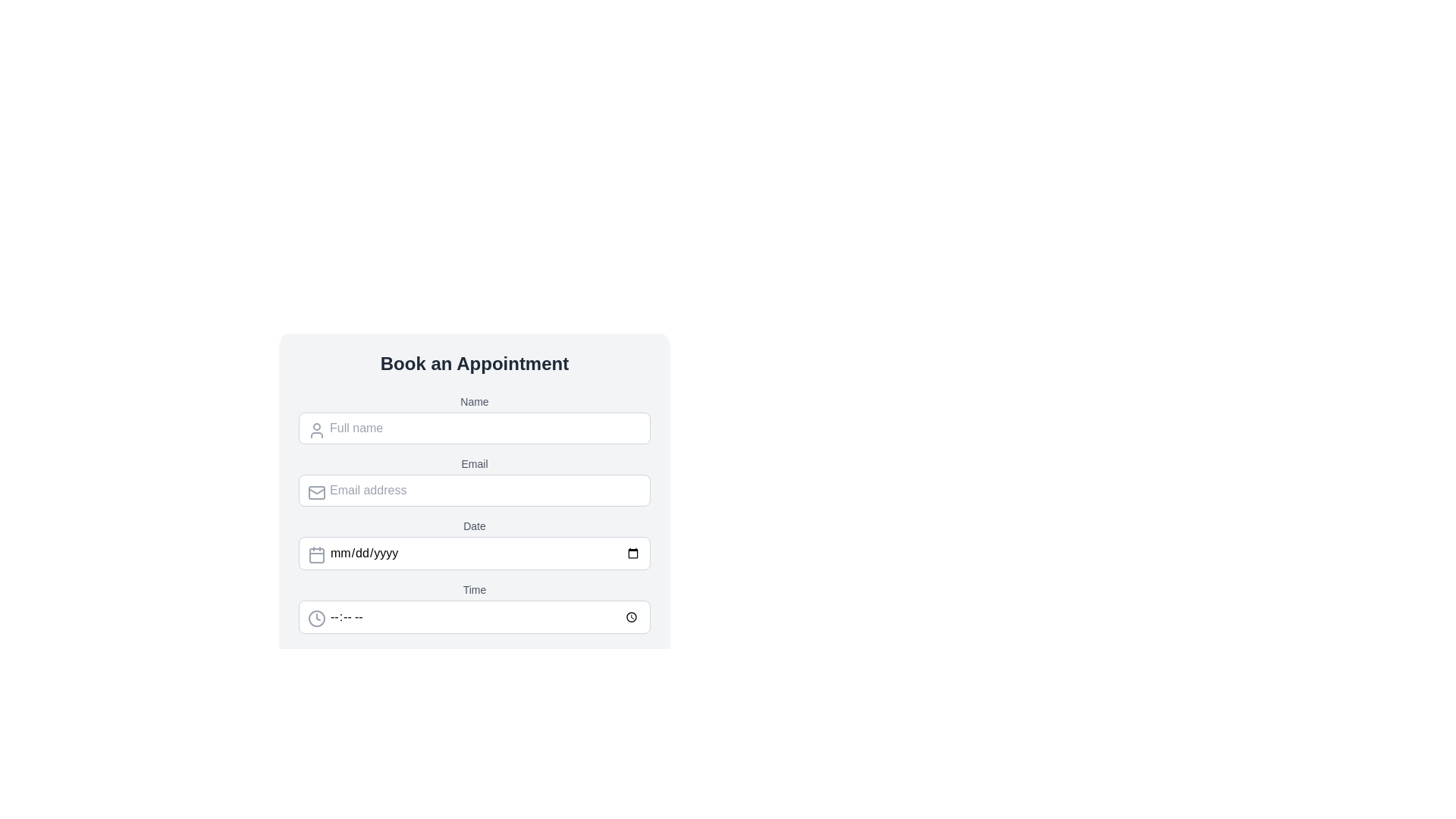 The height and width of the screenshot is (819, 1456). Describe the element at coordinates (315, 491) in the screenshot. I see `the slanted envelope line detail within the SVG icon that is part of the 'Email' input field, located in the upper-left section of the input field` at that location.